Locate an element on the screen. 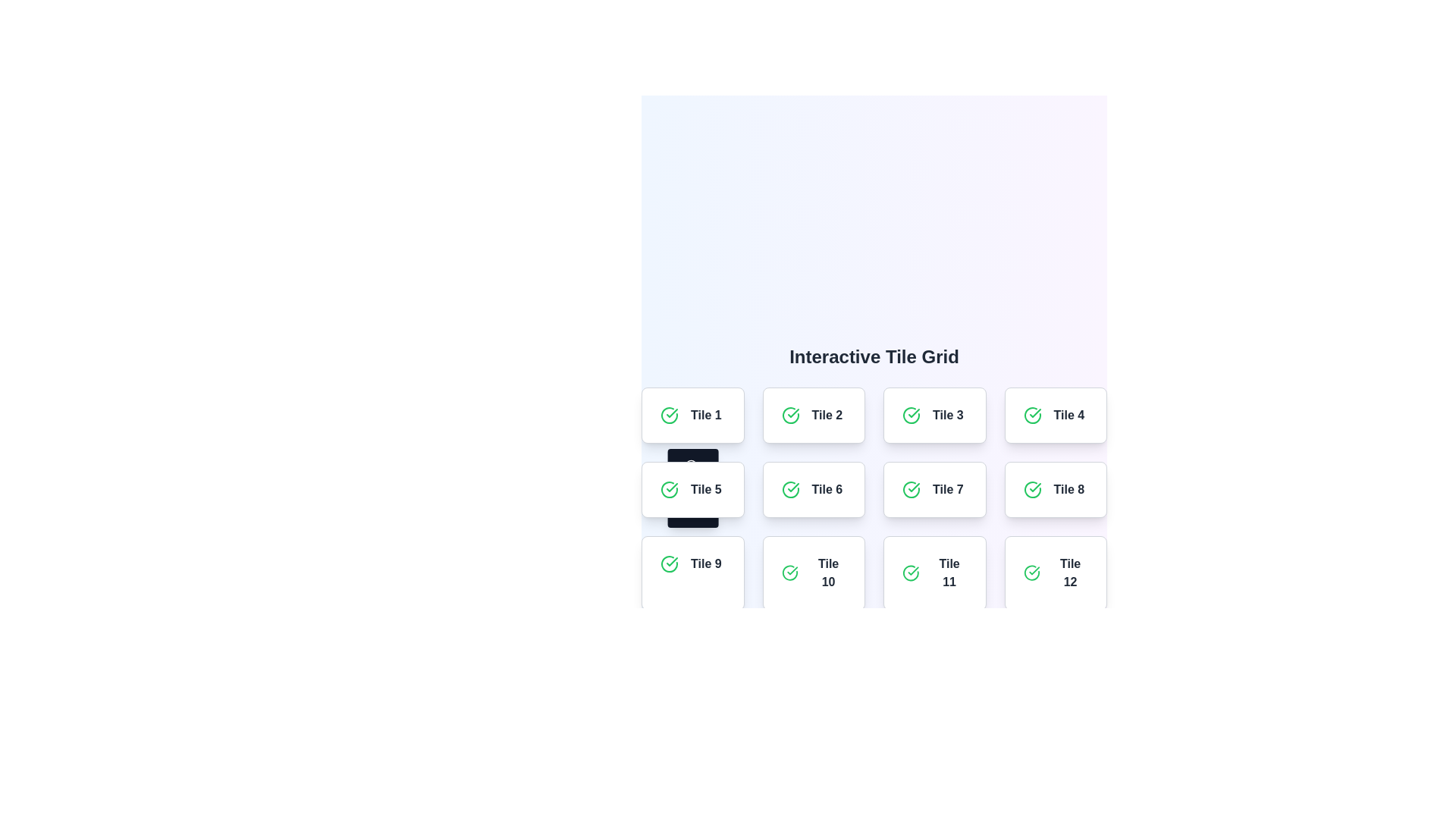 This screenshot has height=819, width=1456. the text label in the top row, third column of the tile grid is located at coordinates (946, 415).